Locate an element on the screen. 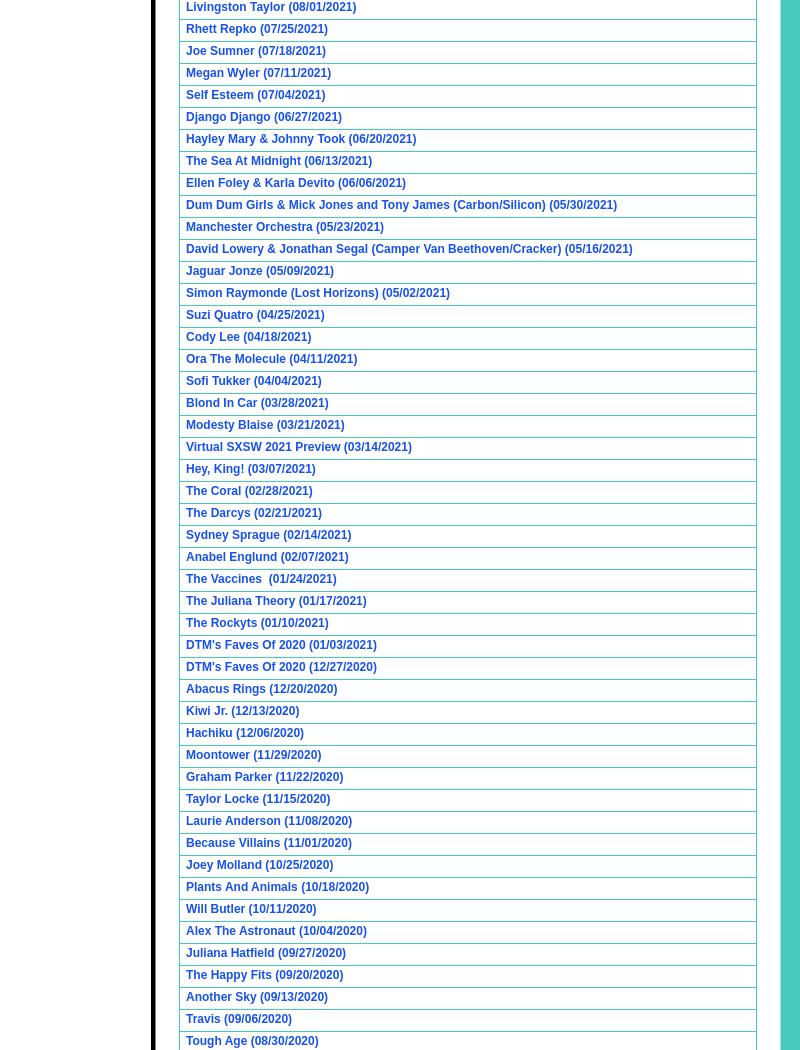  'Will Butler (10/11/2020)' is located at coordinates (250, 908).